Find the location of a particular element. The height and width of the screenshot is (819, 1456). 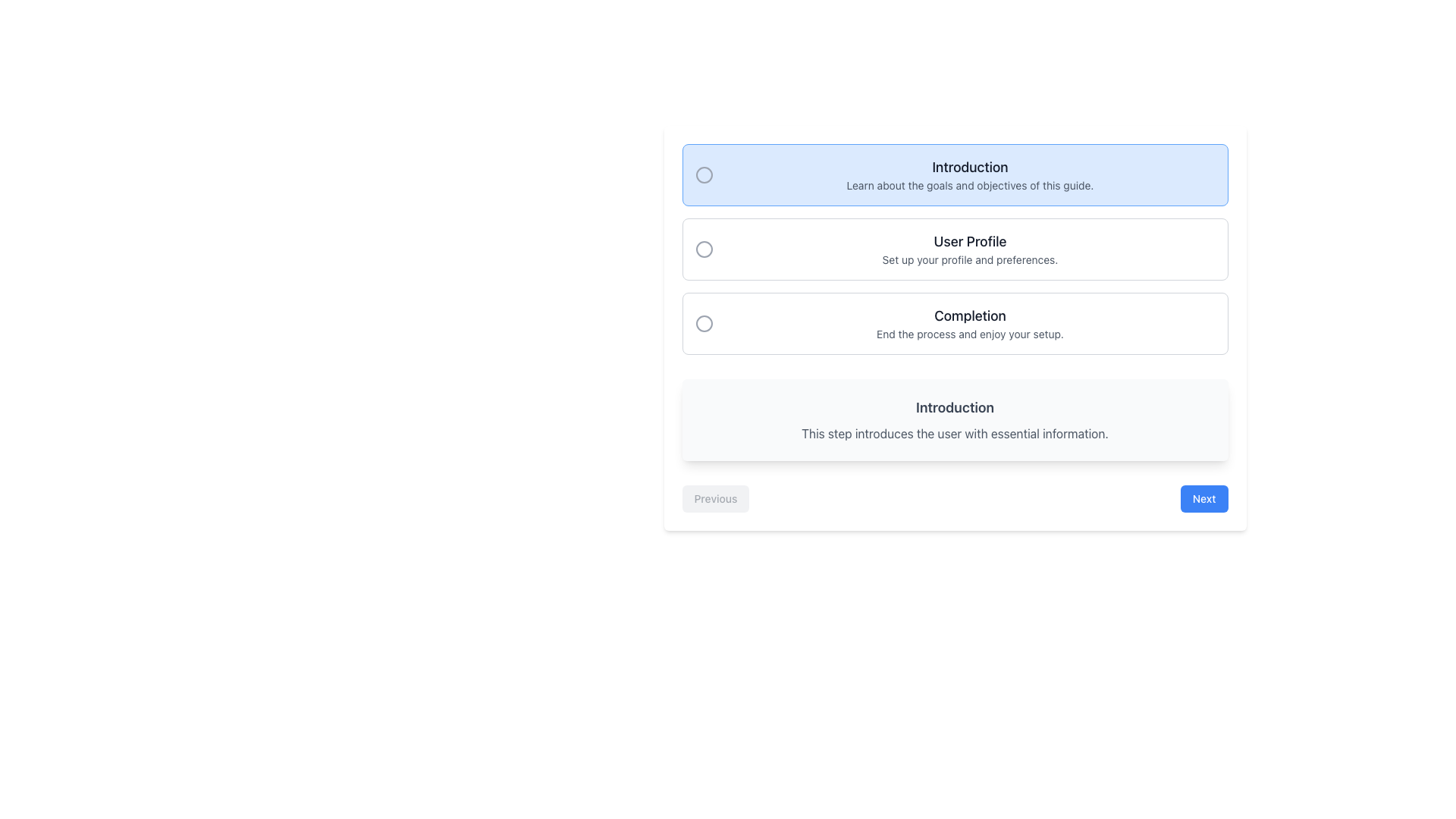

the Informational Card that provides an overview of the current step in the guide, specifically labeled 'Introduction', which is the fourth card in the layout is located at coordinates (954, 420).